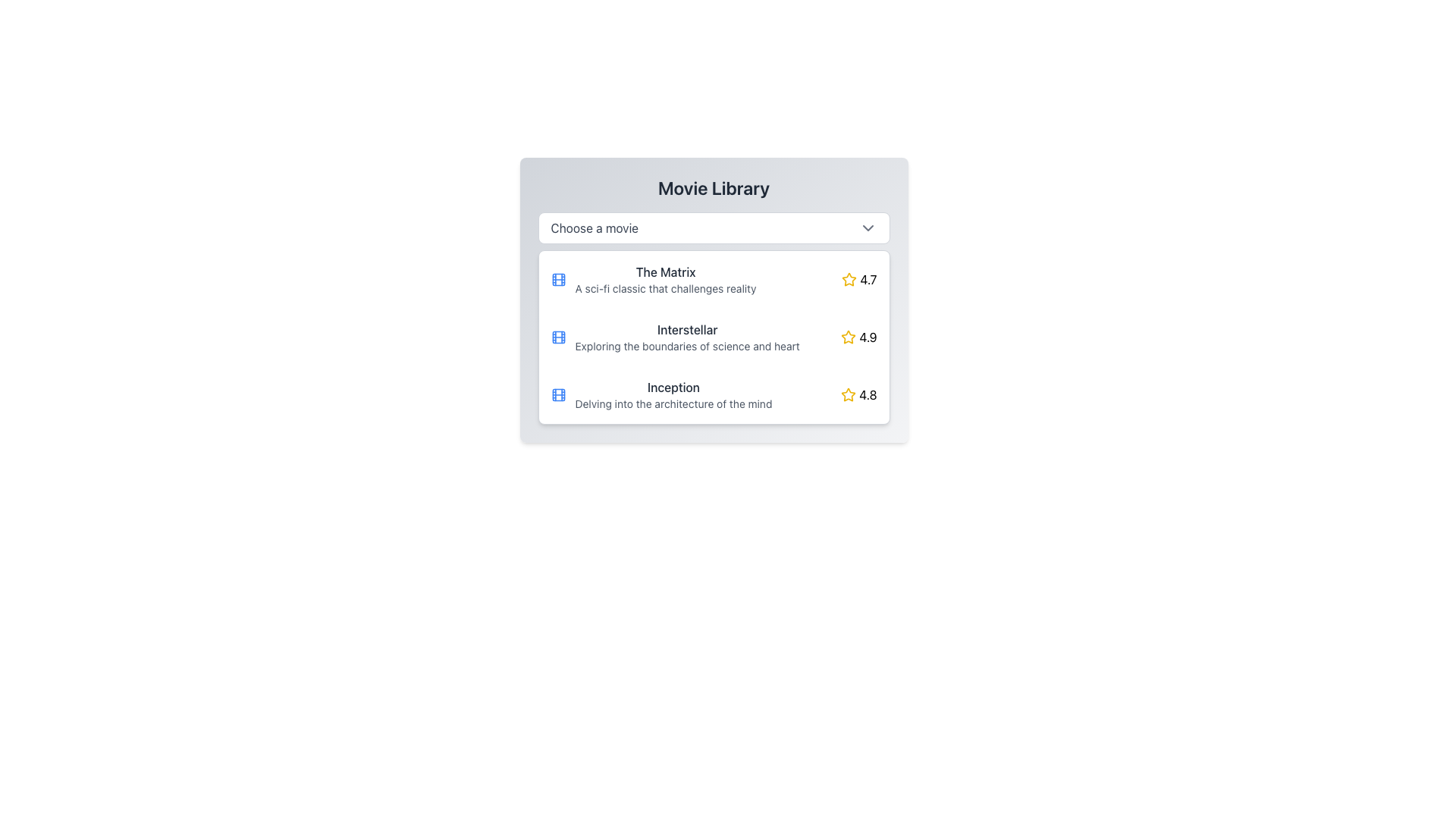 The width and height of the screenshot is (1456, 819). What do you see at coordinates (848, 336) in the screenshot?
I see `the star icon representing the rating for the movie 'Interstellar', which is located to the left of the number '4.9' in the rating section` at bounding box center [848, 336].